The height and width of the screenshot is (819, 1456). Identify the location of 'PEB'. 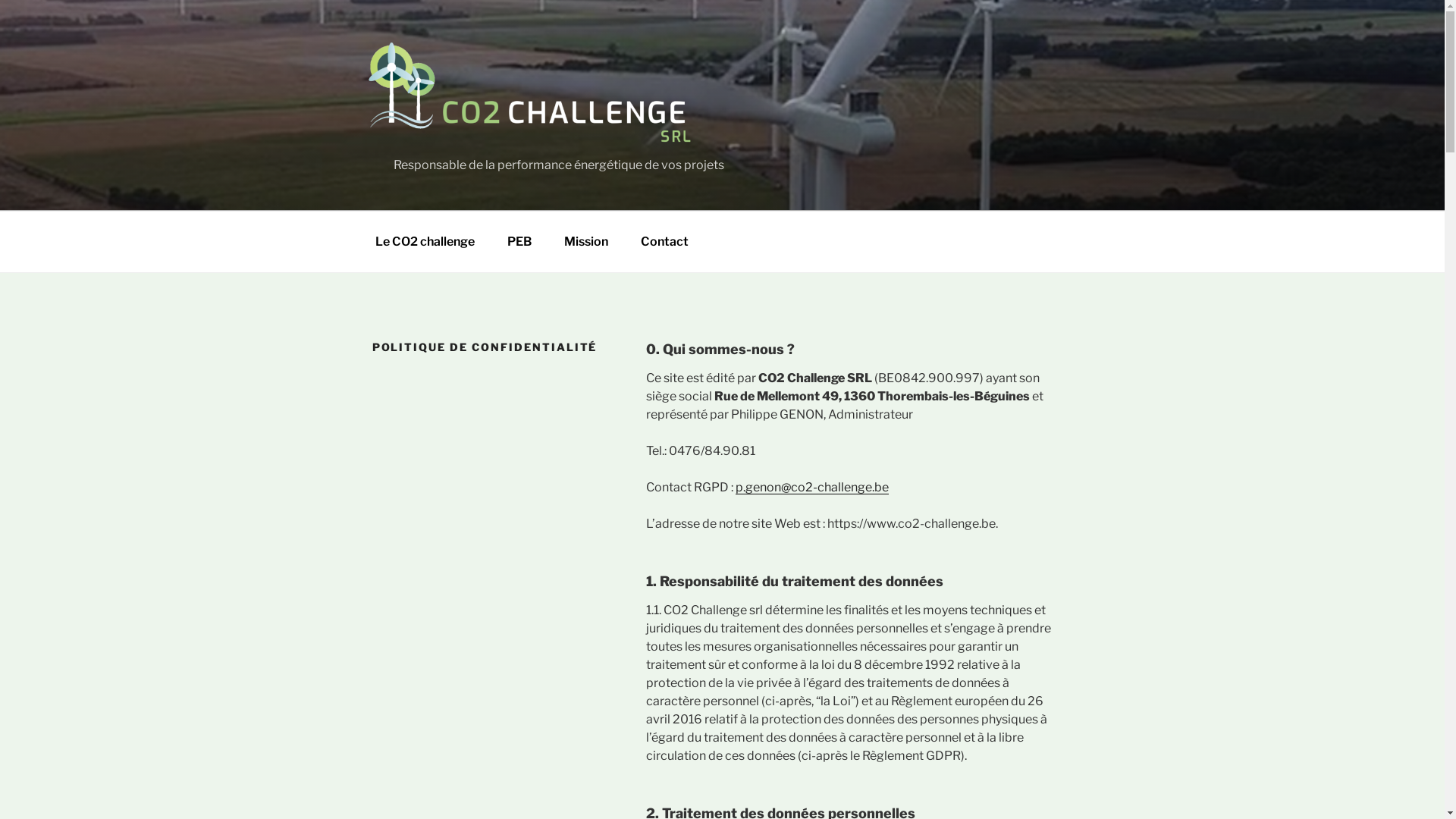
(519, 241).